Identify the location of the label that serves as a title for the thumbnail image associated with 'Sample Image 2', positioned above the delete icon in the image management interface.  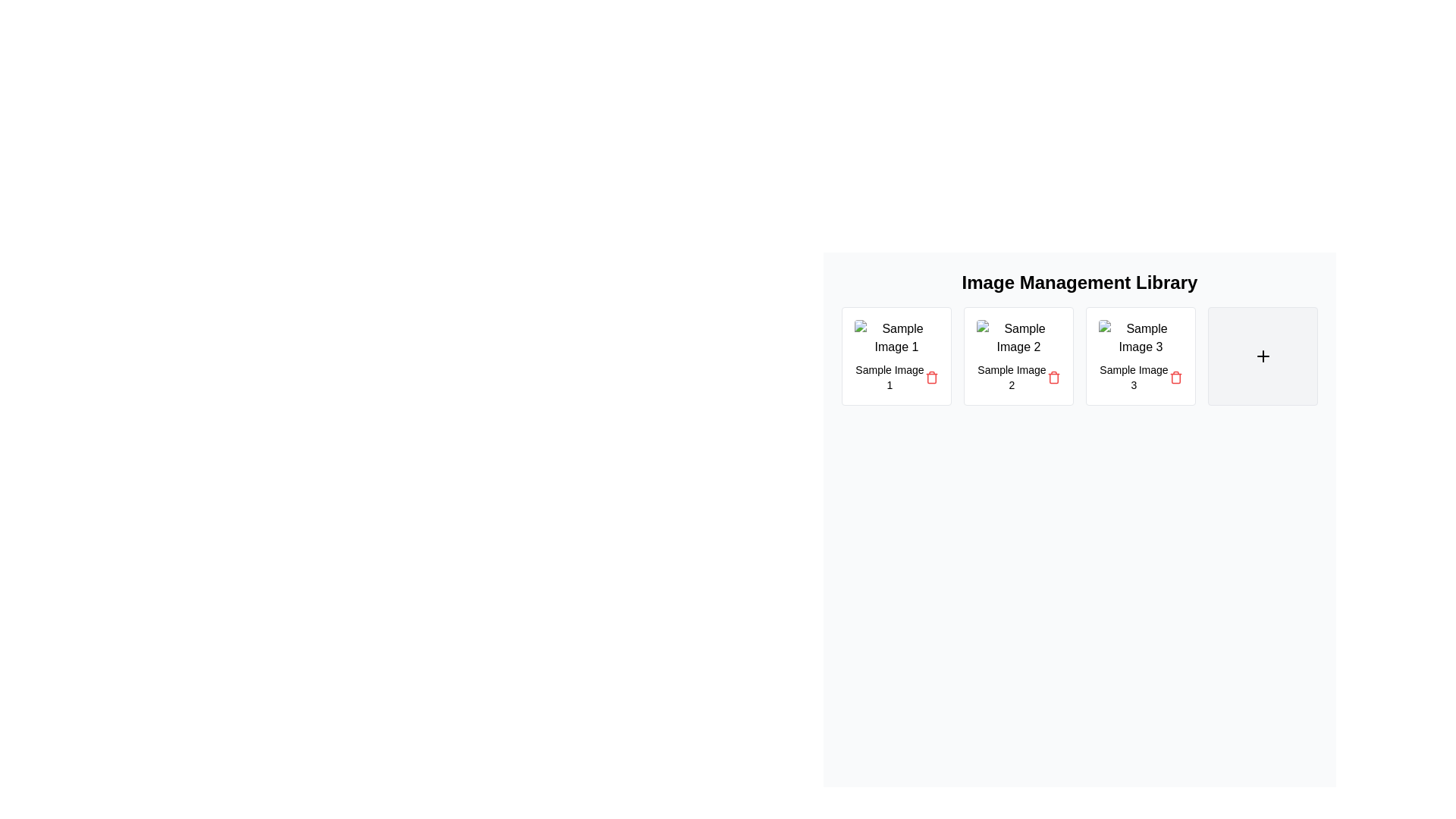
(1012, 376).